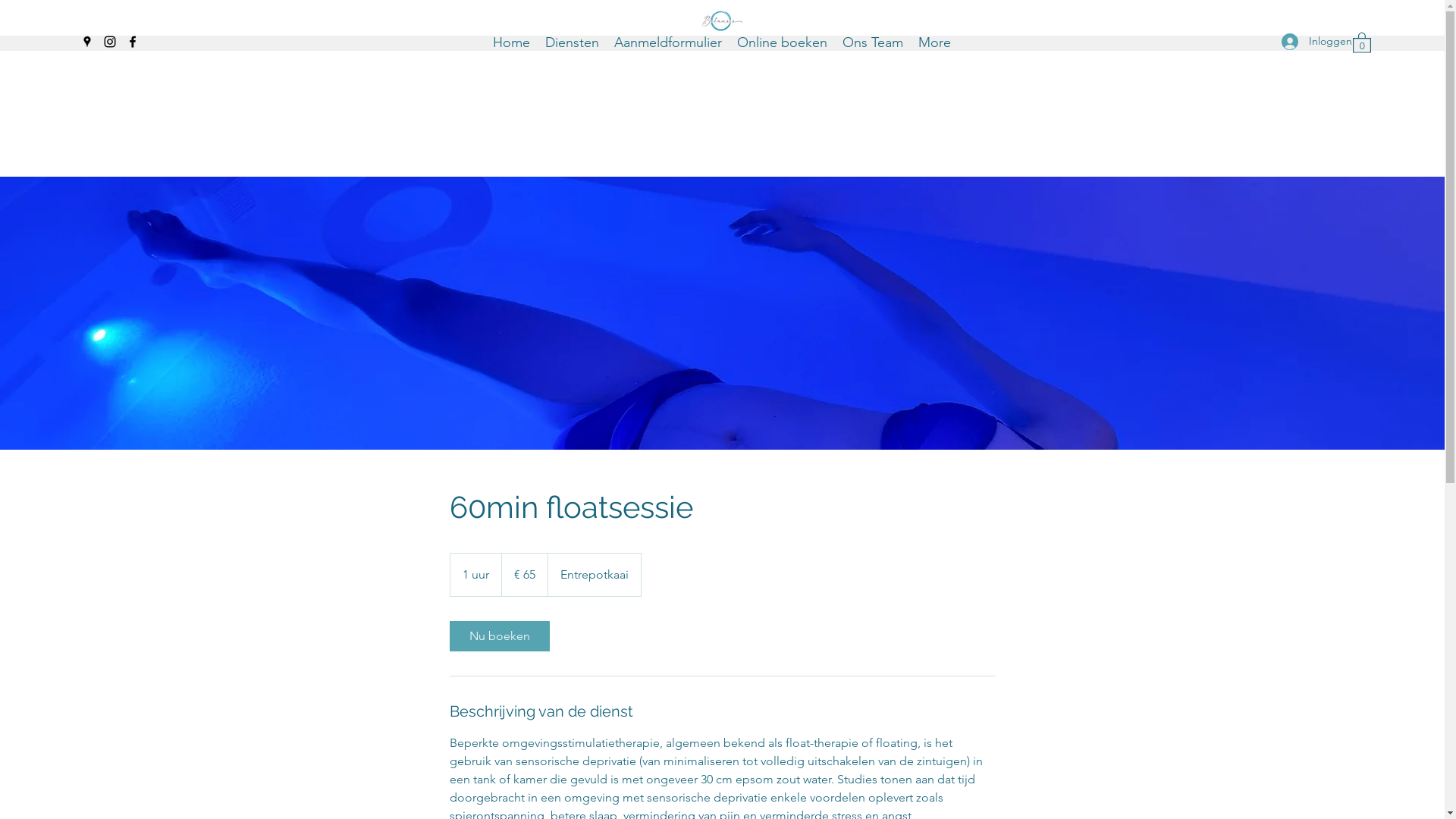 The width and height of the screenshot is (1456, 819). Describe the element at coordinates (498, 636) in the screenshot. I see `'Nu boeken'` at that location.